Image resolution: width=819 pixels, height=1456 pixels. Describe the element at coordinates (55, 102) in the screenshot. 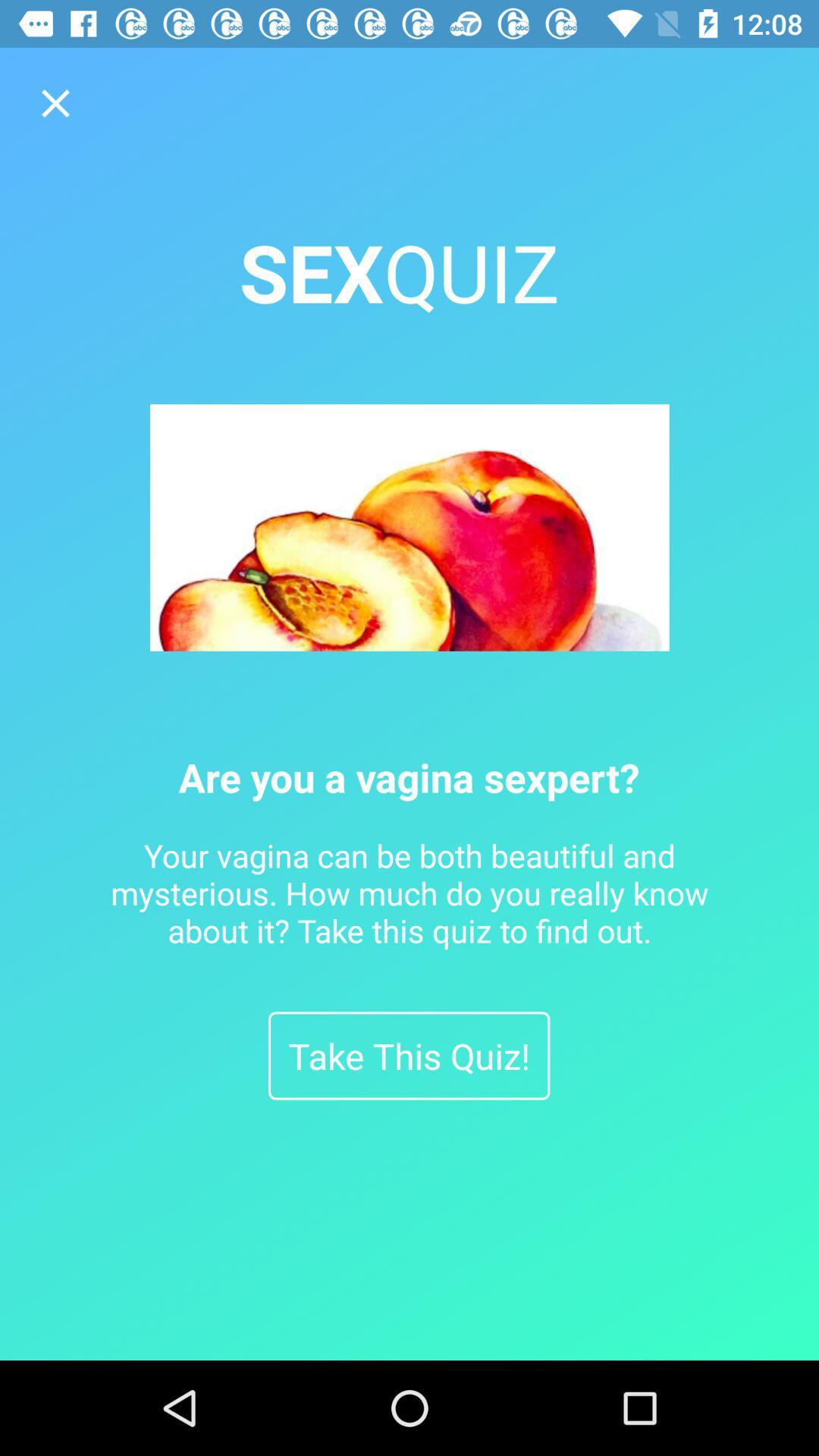

I see `window` at that location.